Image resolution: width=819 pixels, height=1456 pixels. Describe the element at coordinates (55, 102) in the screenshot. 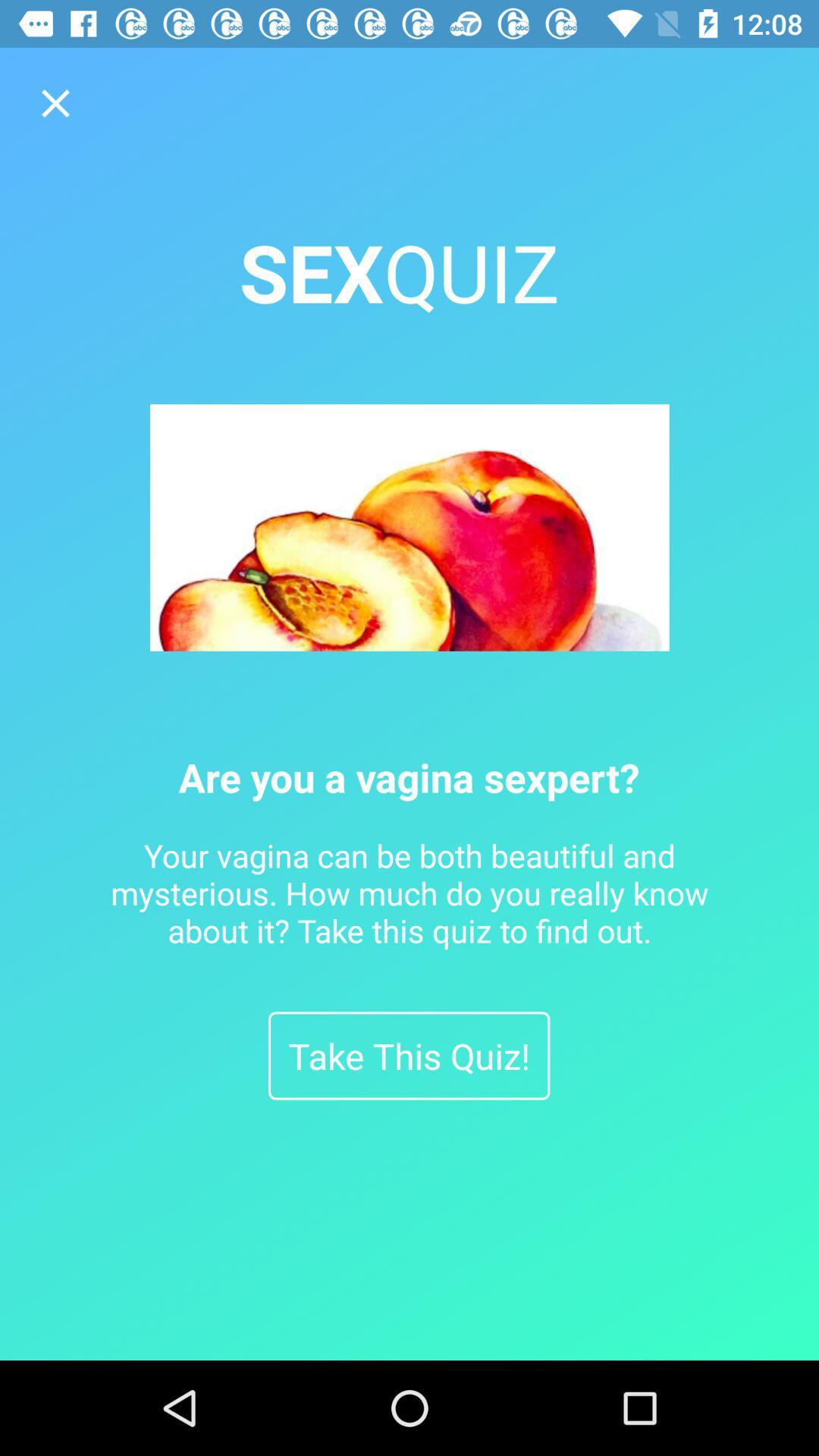

I see `window` at that location.